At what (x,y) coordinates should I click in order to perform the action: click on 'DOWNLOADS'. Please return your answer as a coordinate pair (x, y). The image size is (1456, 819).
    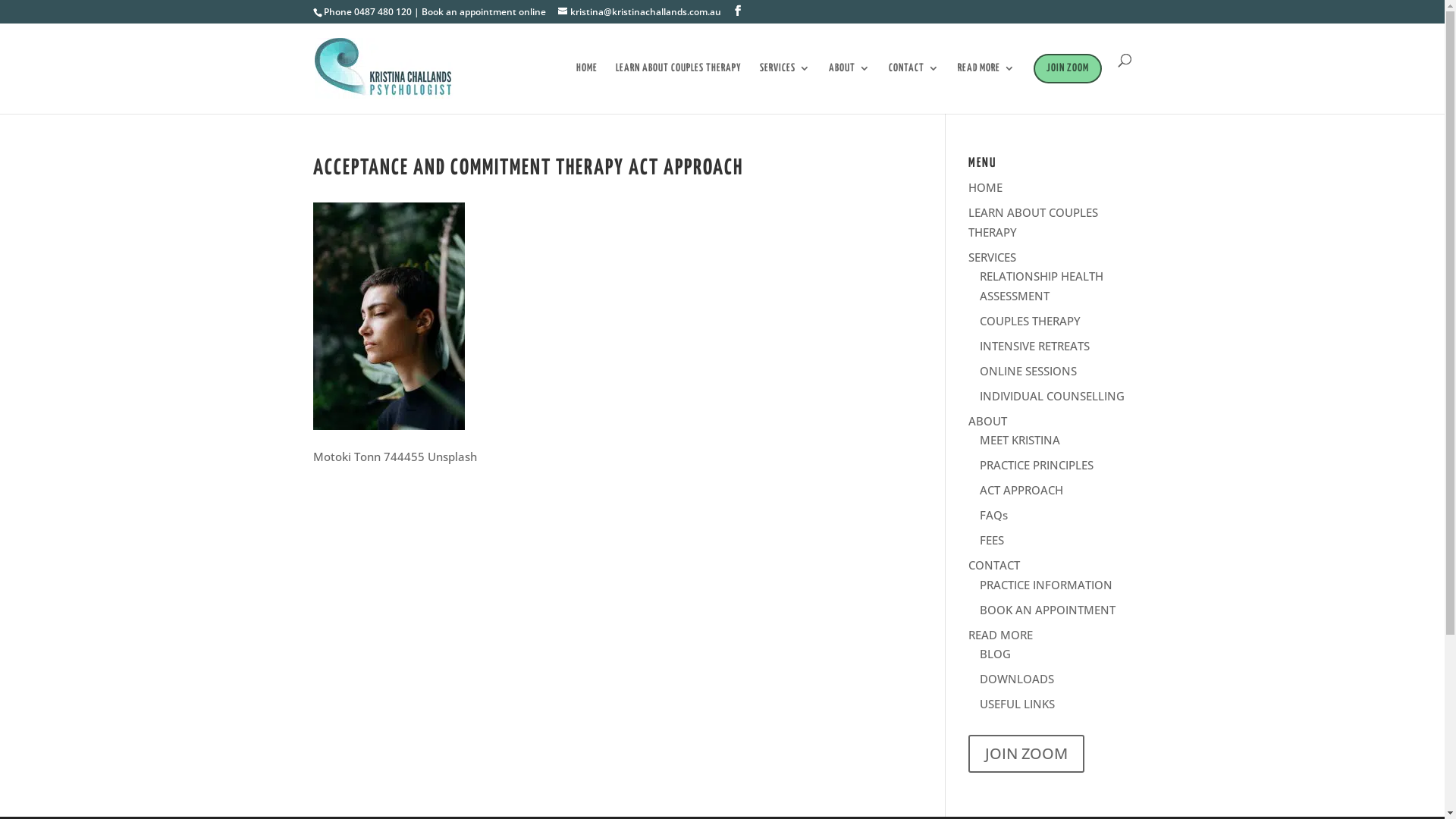
    Looking at the image, I should click on (1016, 677).